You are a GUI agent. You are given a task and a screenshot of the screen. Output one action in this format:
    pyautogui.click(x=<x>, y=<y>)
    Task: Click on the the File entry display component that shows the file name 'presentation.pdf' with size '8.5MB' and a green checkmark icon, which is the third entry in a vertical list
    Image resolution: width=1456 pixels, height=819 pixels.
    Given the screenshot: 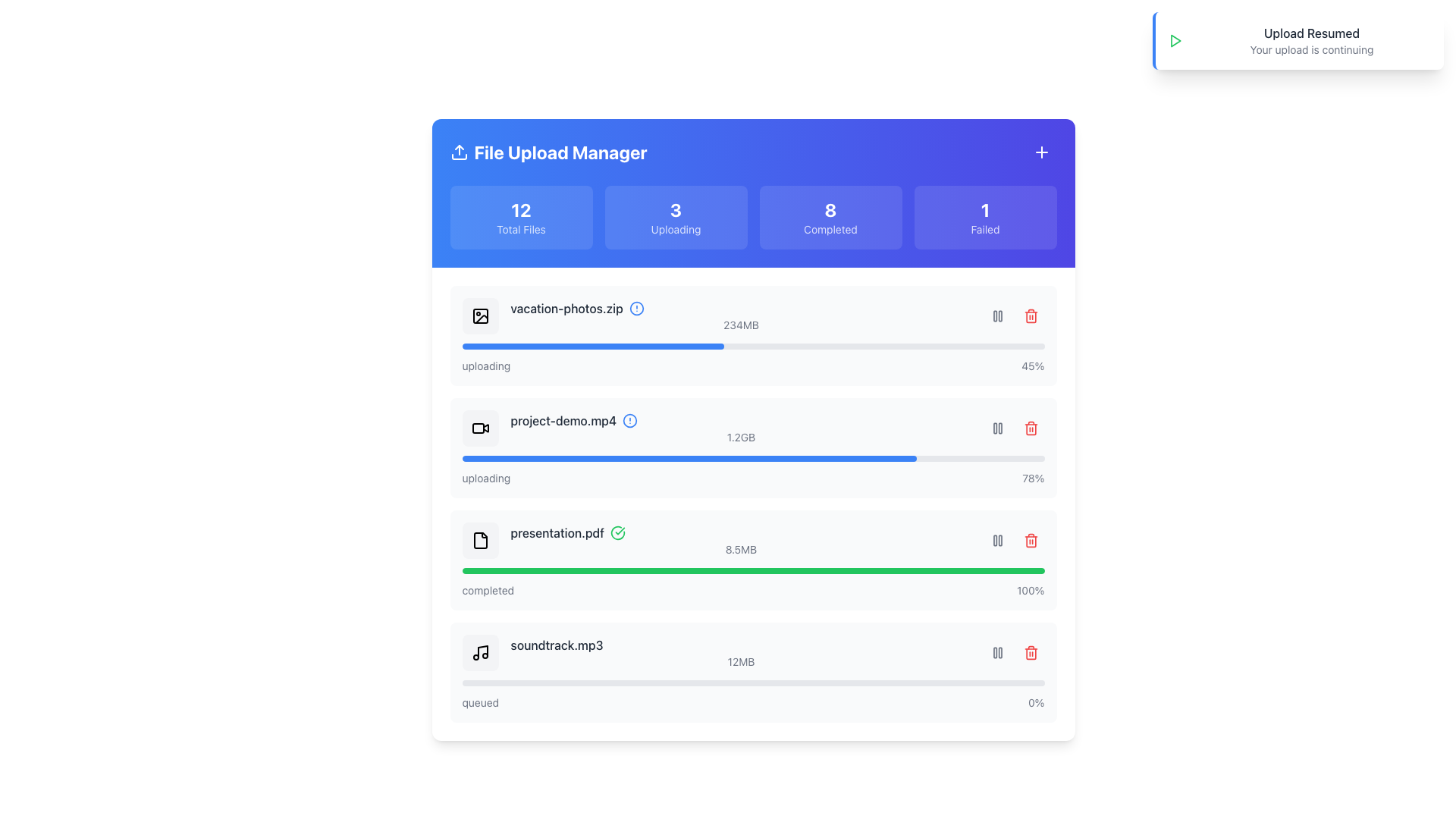 What is the action you would take?
    pyautogui.click(x=753, y=540)
    